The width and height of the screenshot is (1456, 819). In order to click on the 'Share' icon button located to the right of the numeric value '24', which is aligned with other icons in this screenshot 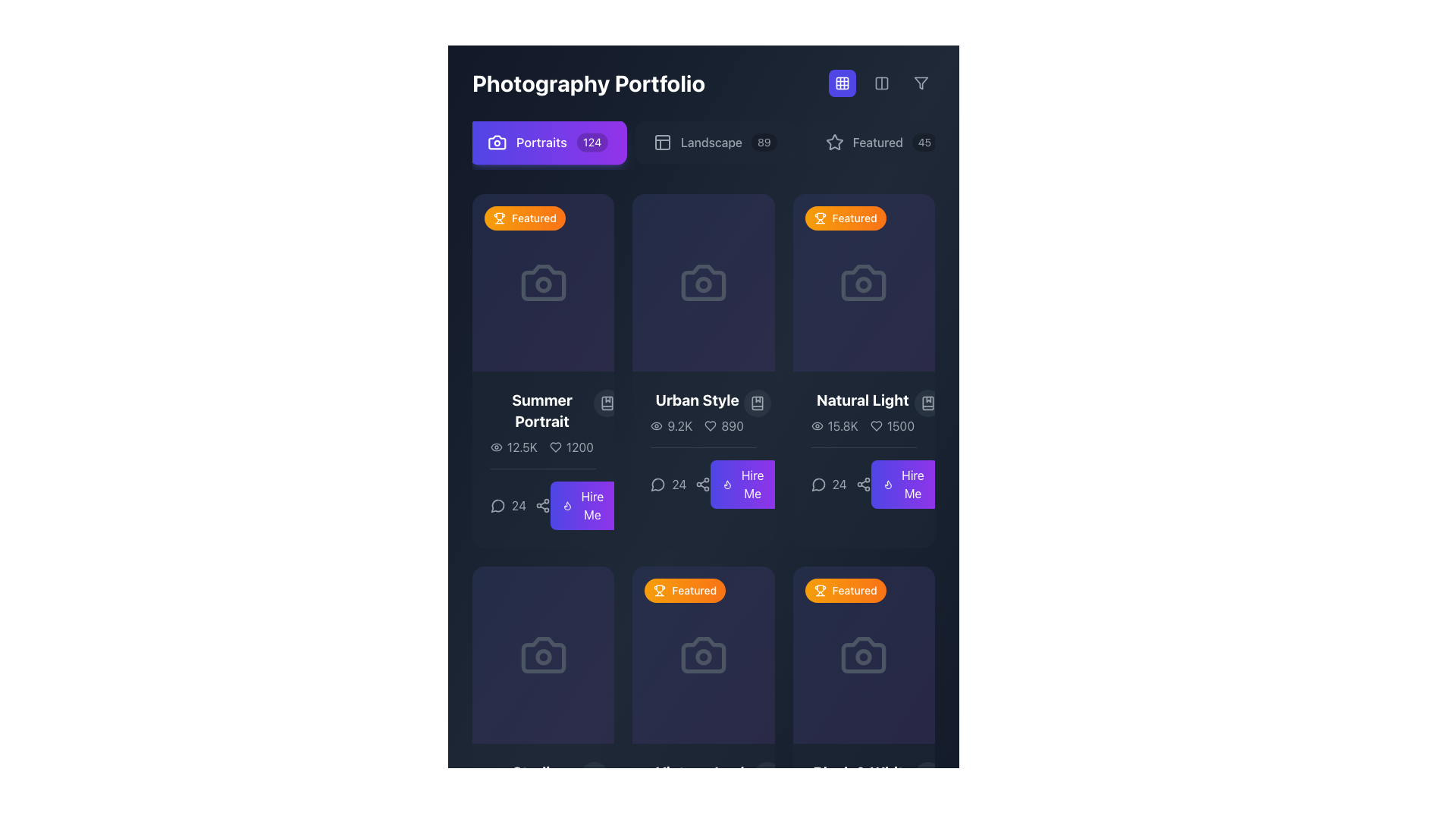, I will do `click(543, 506)`.